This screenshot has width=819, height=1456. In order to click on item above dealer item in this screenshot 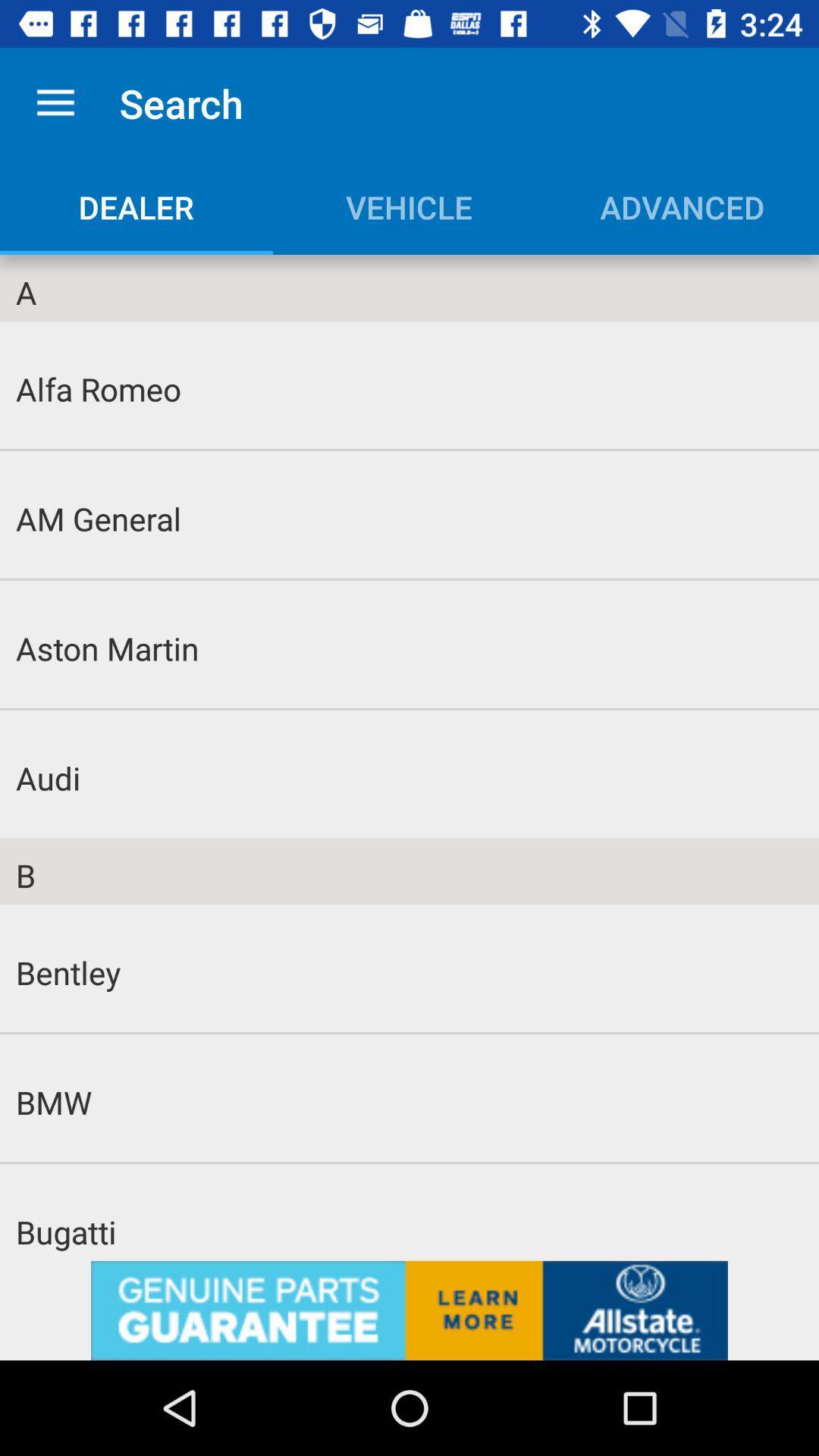, I will do `click(55, 102)`.